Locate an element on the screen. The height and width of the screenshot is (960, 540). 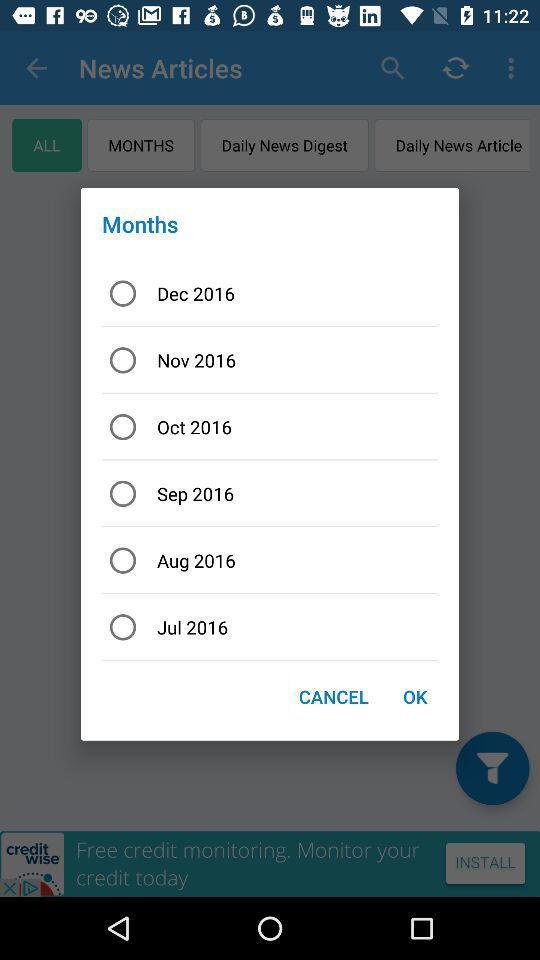
item above the oct 2016 icon is located at coordinates (270, 360).